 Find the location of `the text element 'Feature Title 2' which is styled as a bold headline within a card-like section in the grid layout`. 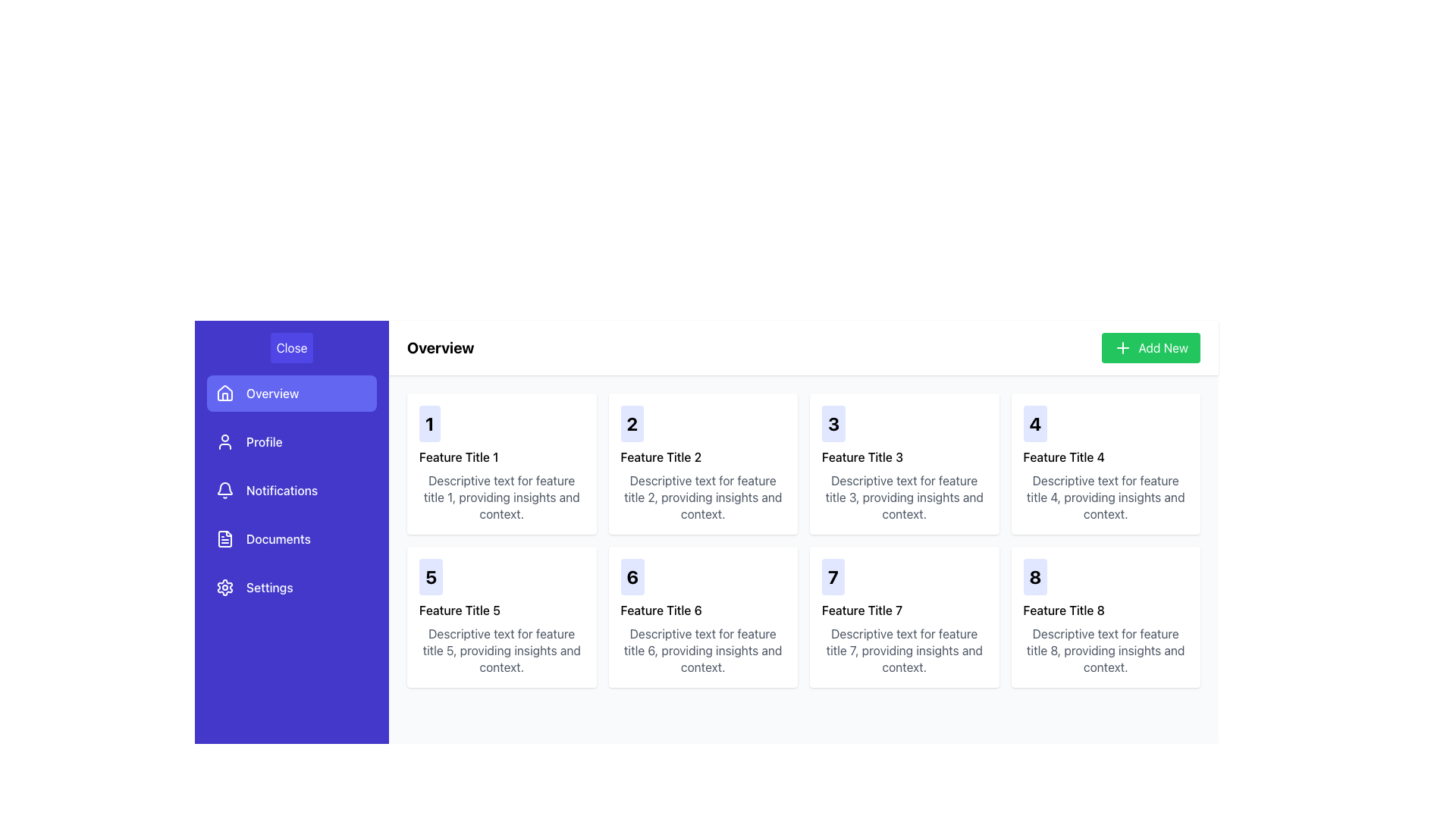

the text element 'Feature Title 2' which is styled as a bold headline within a card-like section in the grid layout is located at coordinates (661, 456).